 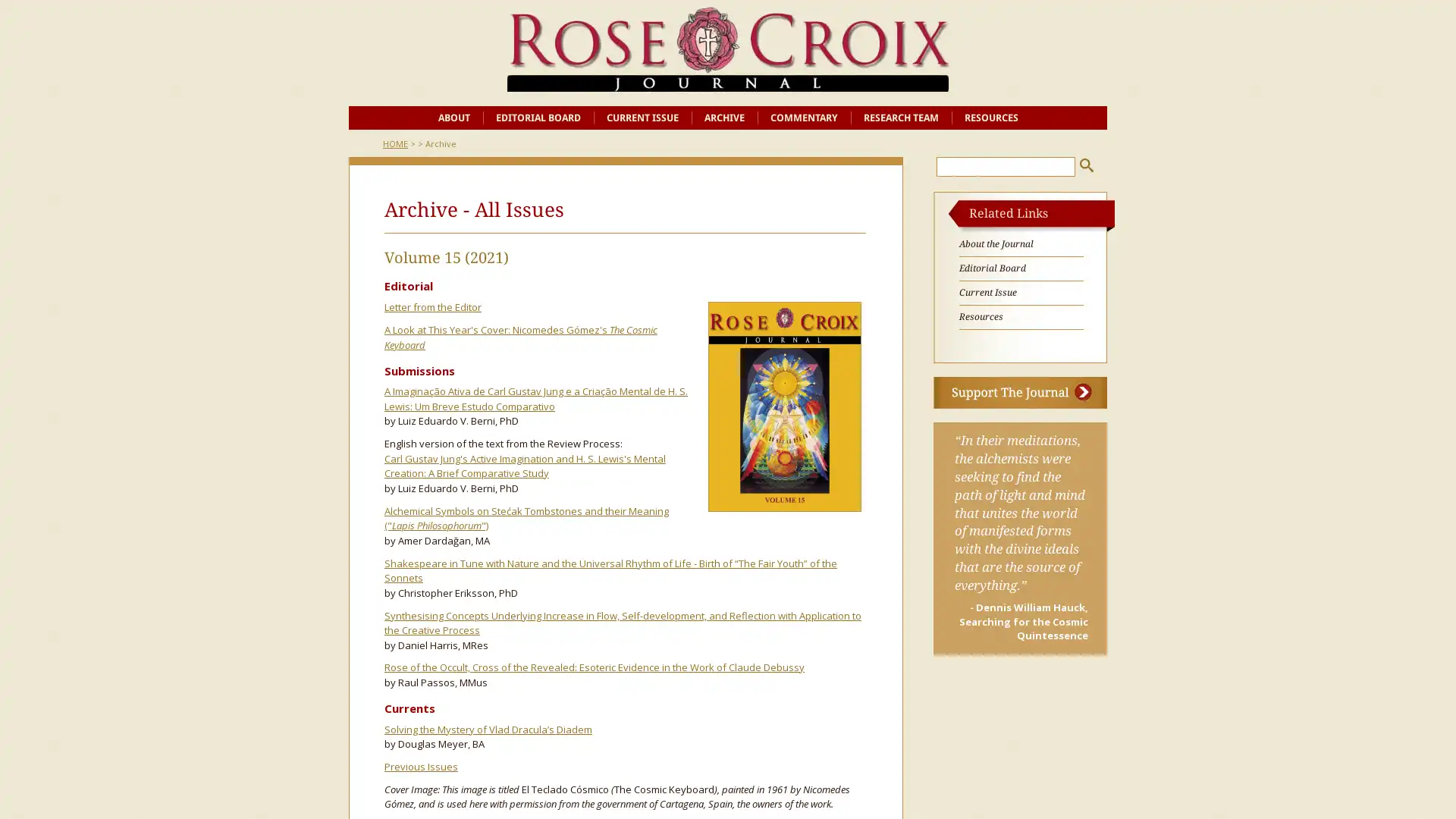 I want to click on search, so click(x=1086, y=165).